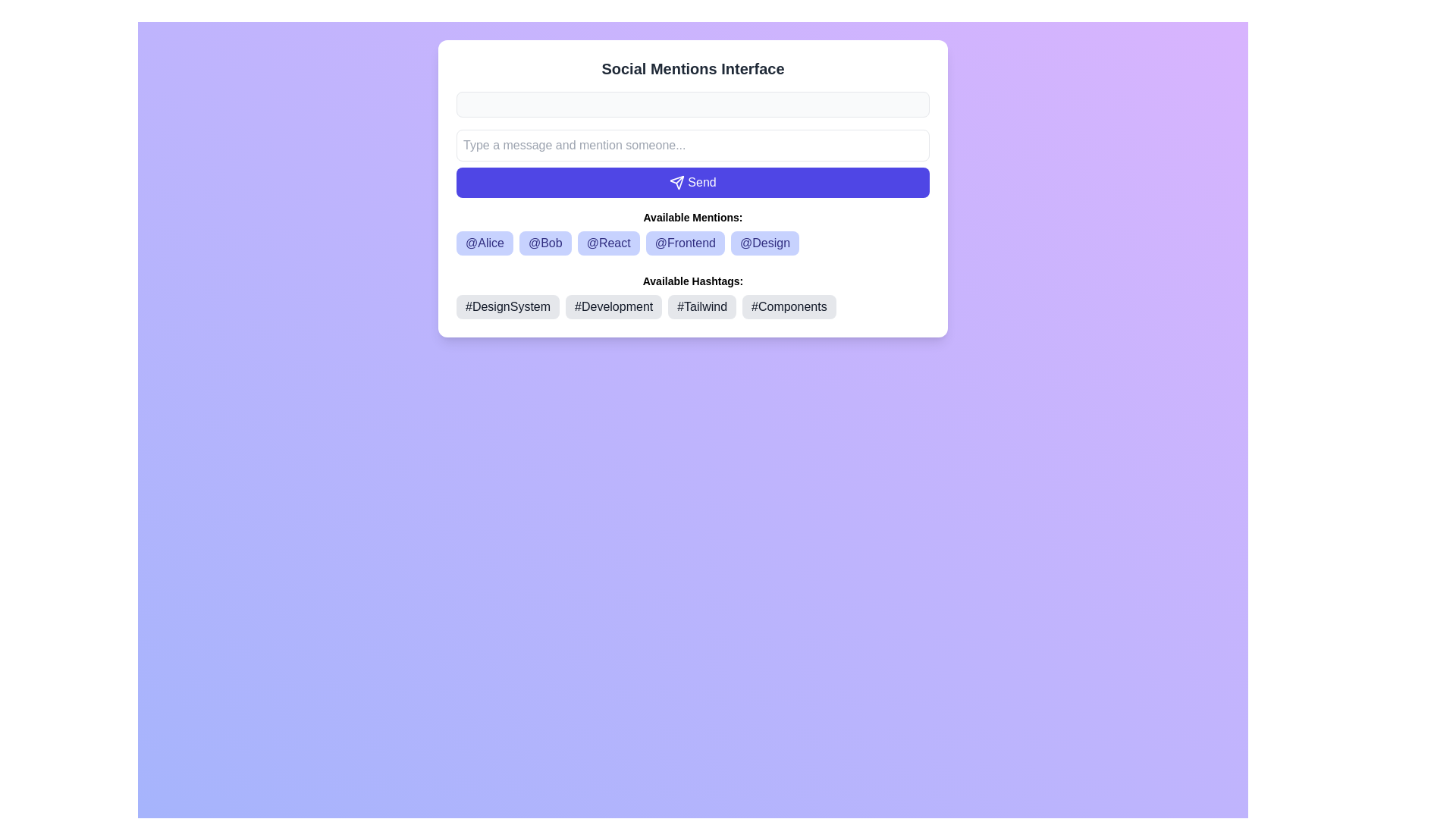  Describe the element at coordinates (692, 69) in the screenshot. I see `header text located at the top-center of the interface, which serves as a title for the user interface section` at that location.